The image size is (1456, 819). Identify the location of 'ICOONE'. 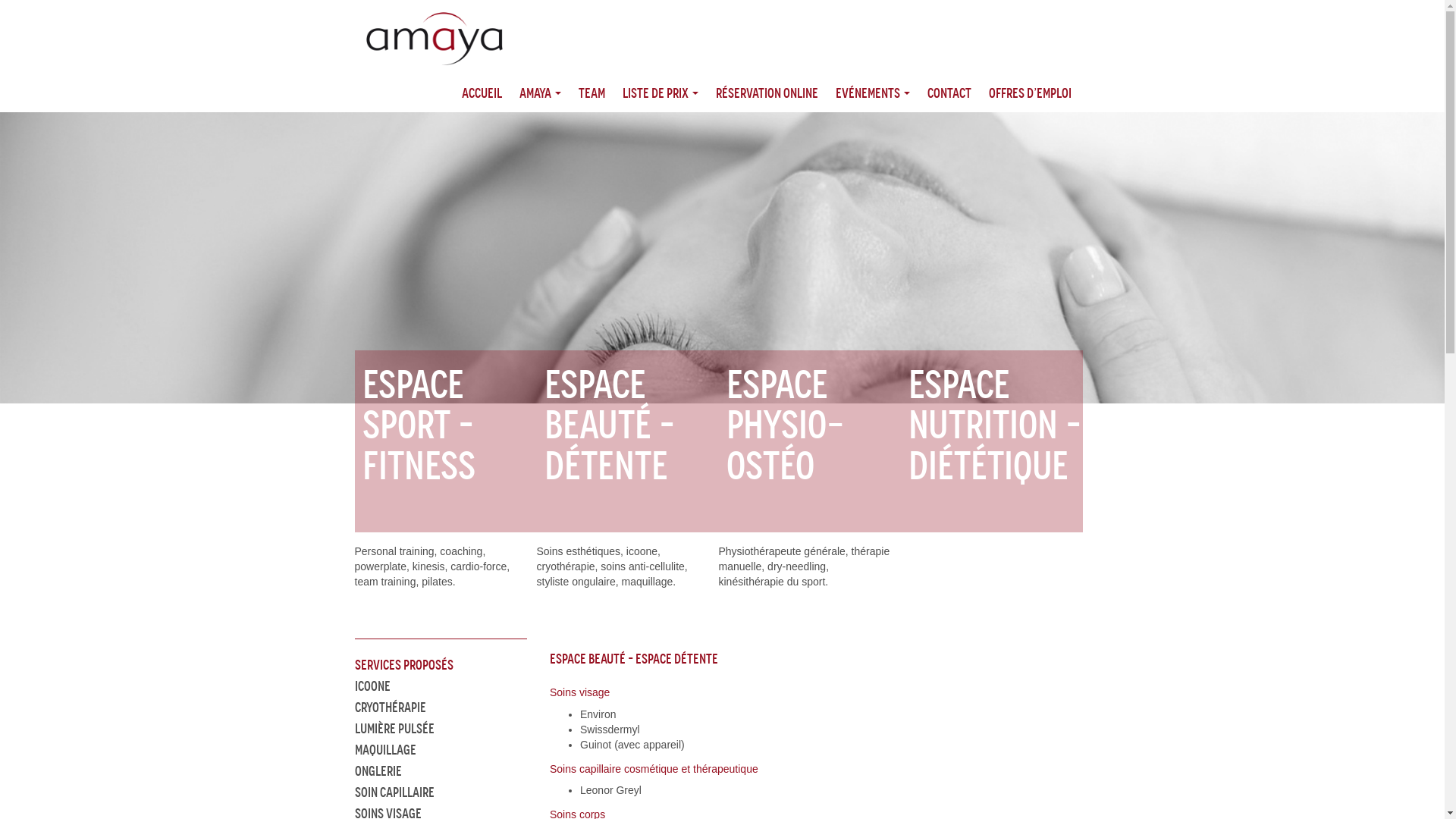
(372, 686).